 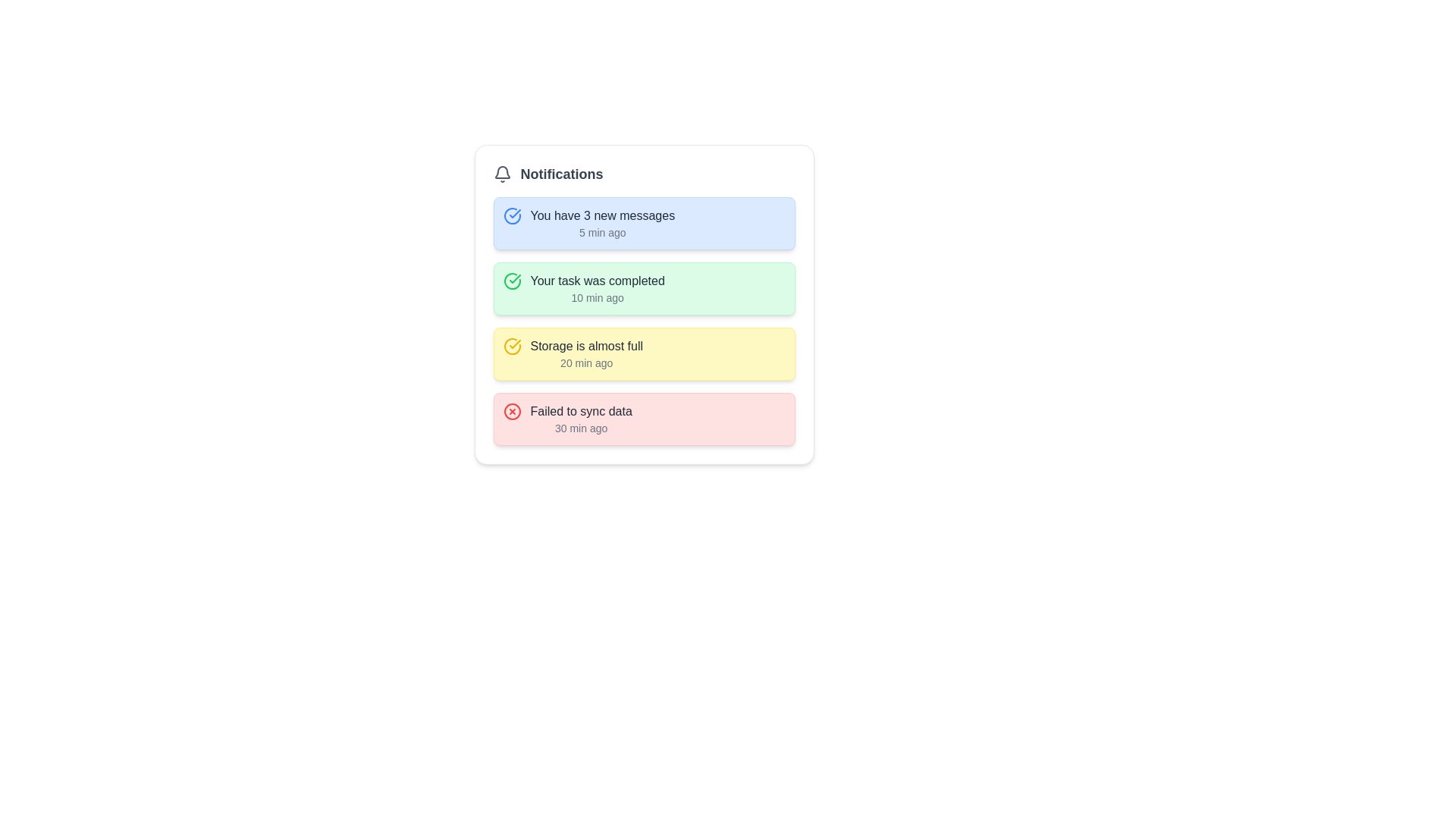 I want to click on the error icon located in the 'Failed to sync data' notification at the bottom of the notification list, which is indicated by a red color, so click(x=512, y=412).